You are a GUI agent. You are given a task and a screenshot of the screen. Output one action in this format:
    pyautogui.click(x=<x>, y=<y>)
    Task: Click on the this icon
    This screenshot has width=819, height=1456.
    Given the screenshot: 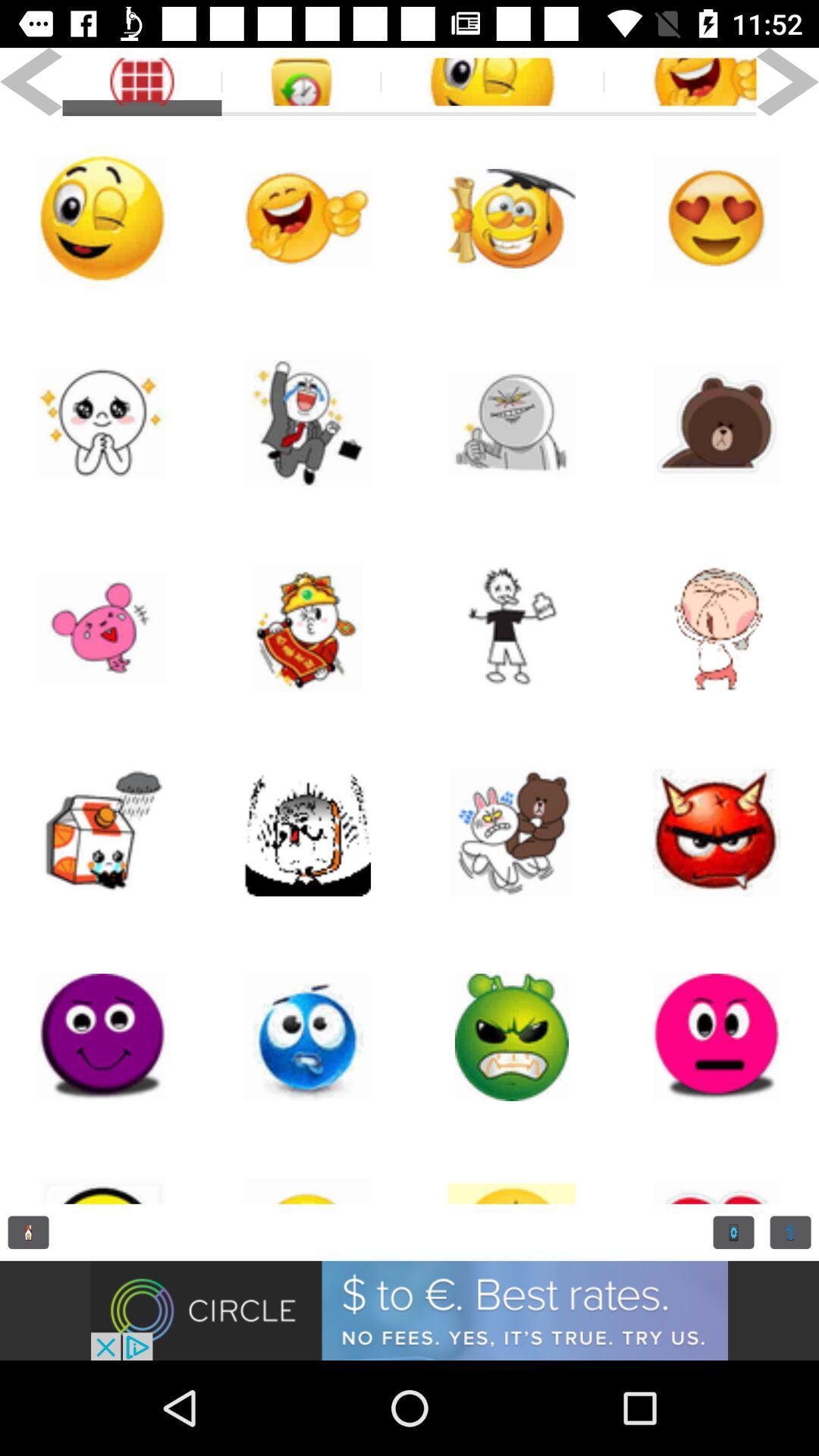 What is the action you would take?
    pyautogui.click(x=512, y=1171)
    